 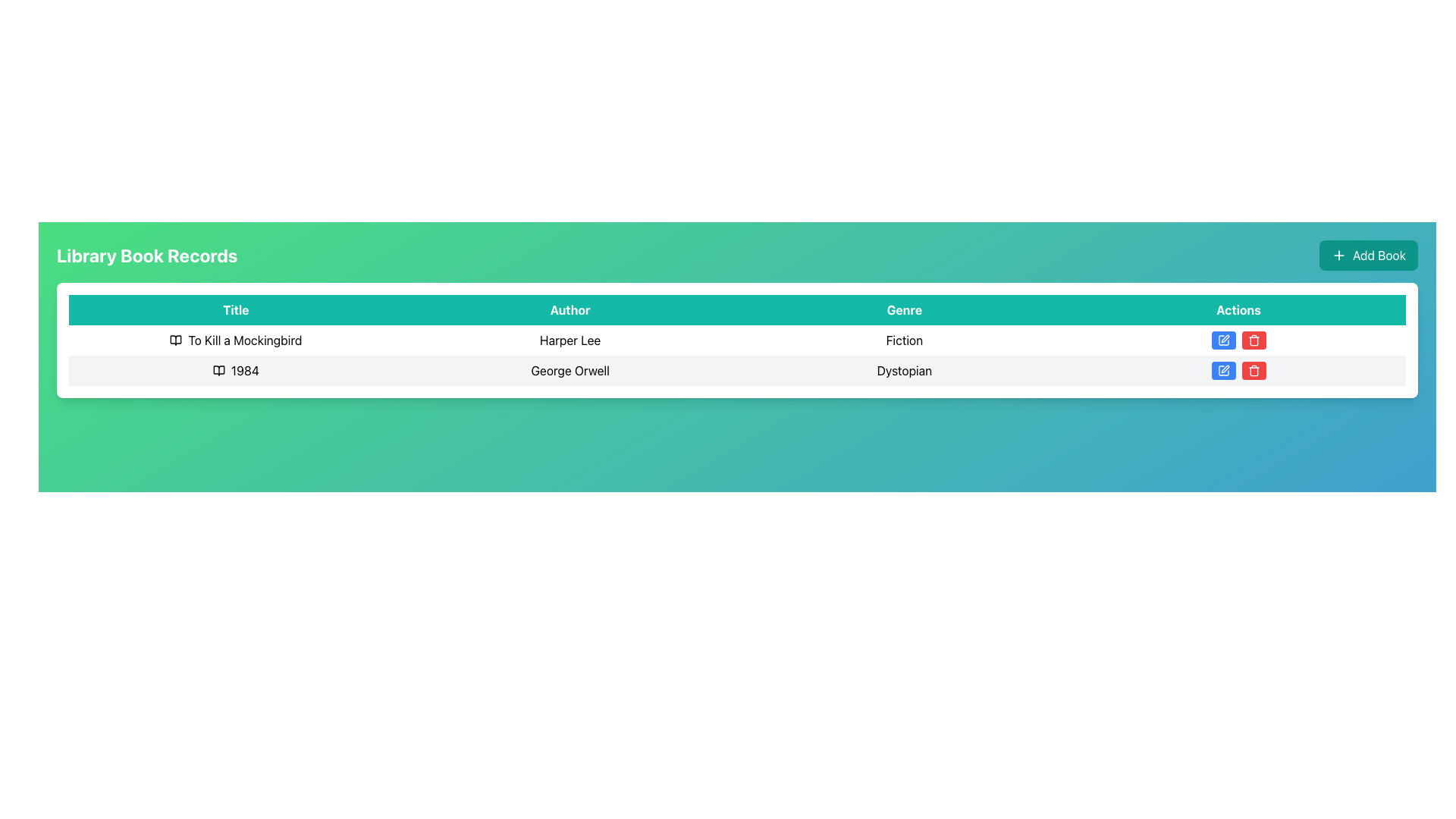 What do you see at coordinates (245, 339) in the screenshot?
I see `book title displayed in the Text Label for 'To Kill a Mockingbird', located in the 'Title' column of the first row within the table labeled 'Library Book Records'` at bounding box center [245, 339].